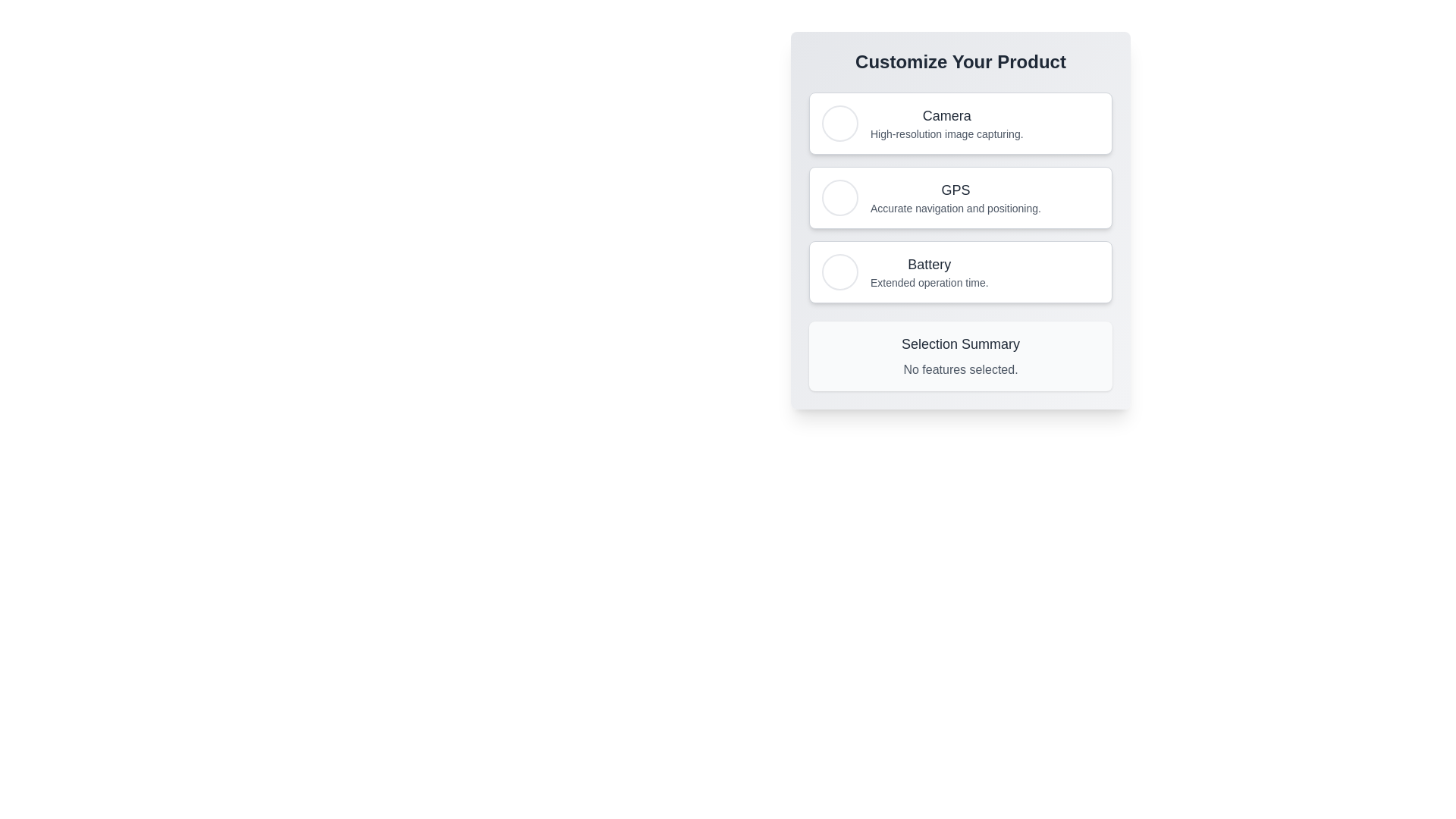 This screenshot has width=1456, height=819. I want to click on the static text label that reads 'No features selected.' which is styled in gray color and appears below the title in the 'Selection Summary' section, so click(960, 370).